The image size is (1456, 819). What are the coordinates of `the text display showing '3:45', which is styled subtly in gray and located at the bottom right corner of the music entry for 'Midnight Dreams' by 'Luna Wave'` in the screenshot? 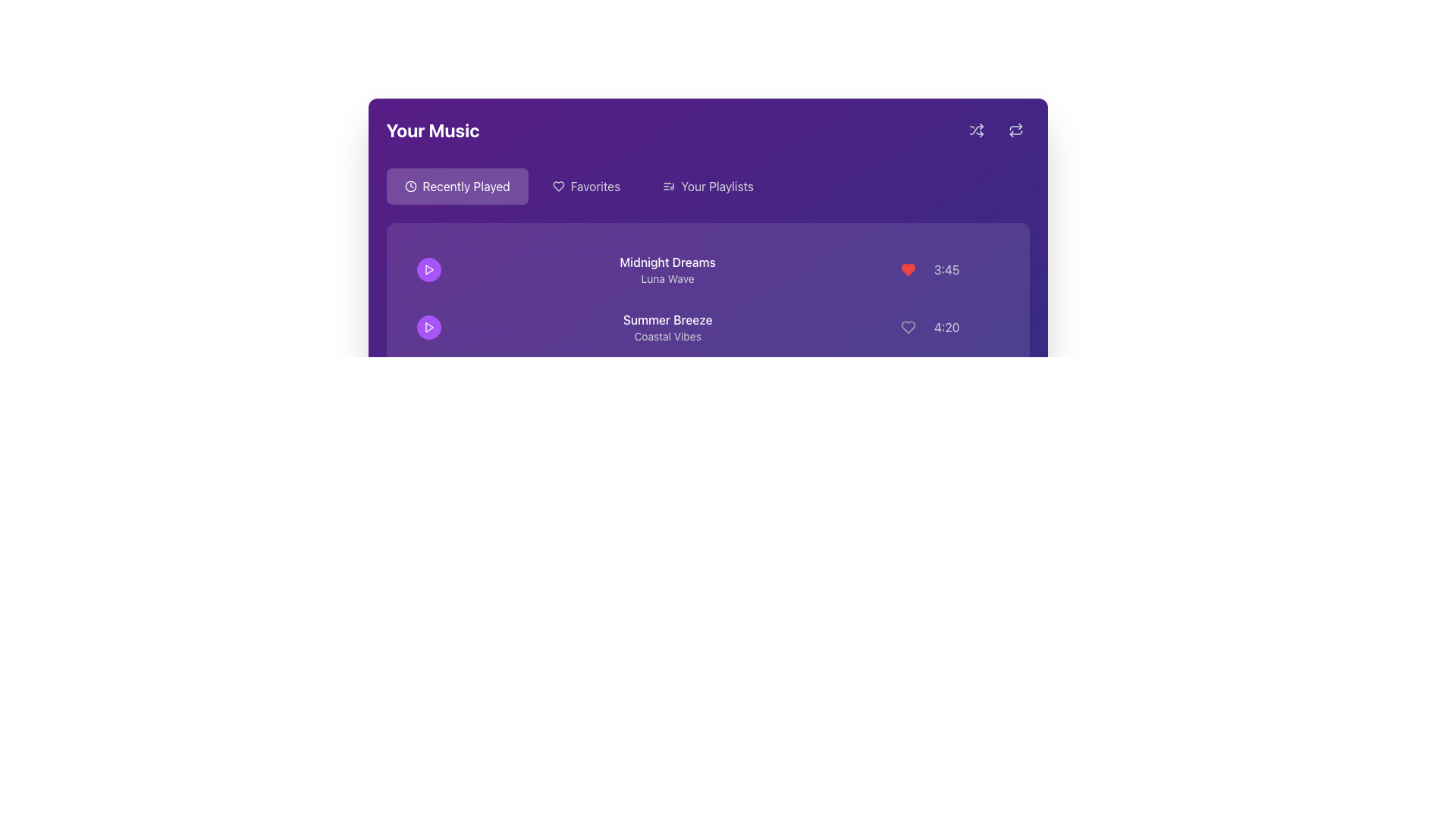 It's located at (946, 268).